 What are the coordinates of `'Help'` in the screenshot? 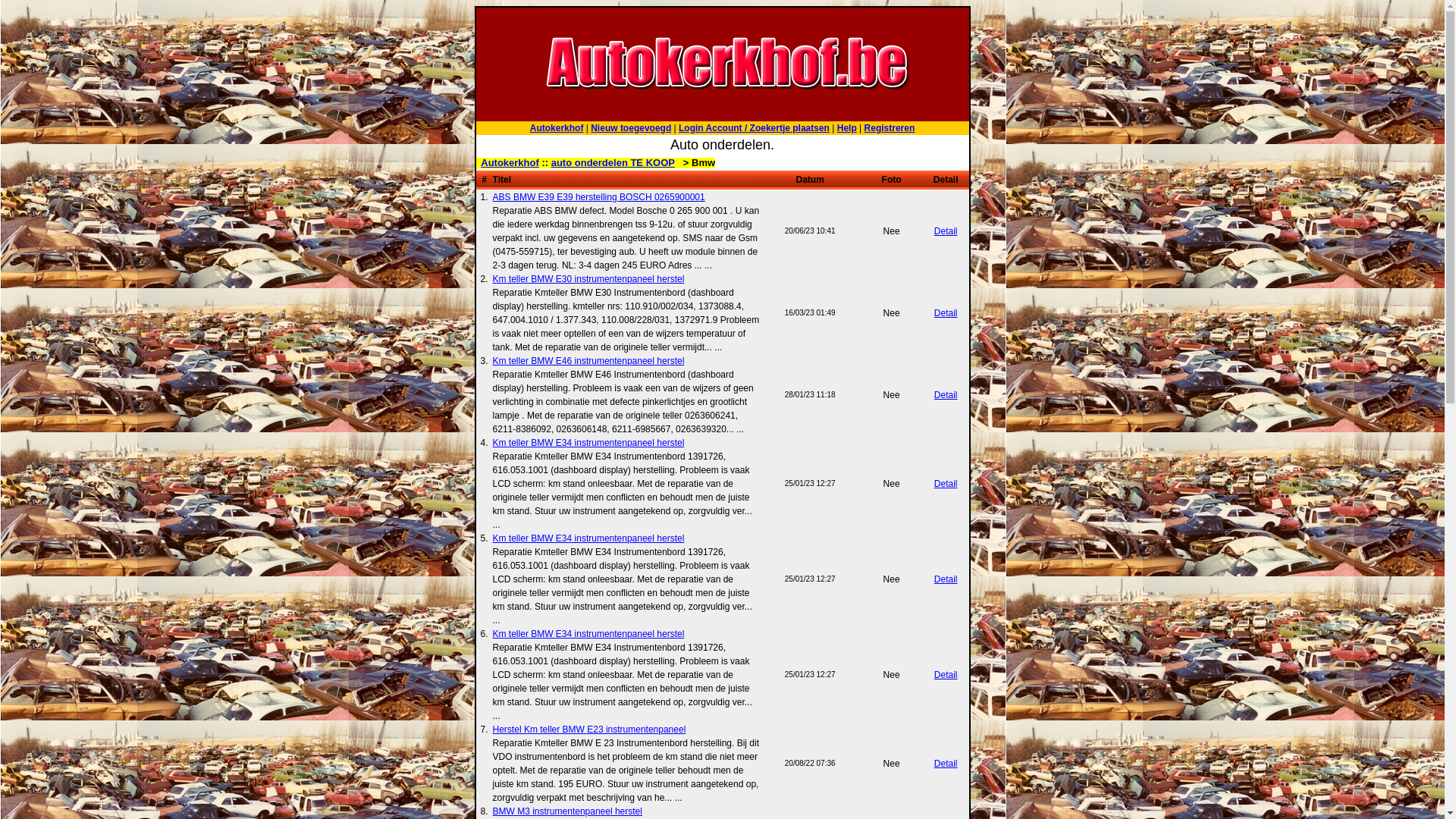 It's located at (846, 127).